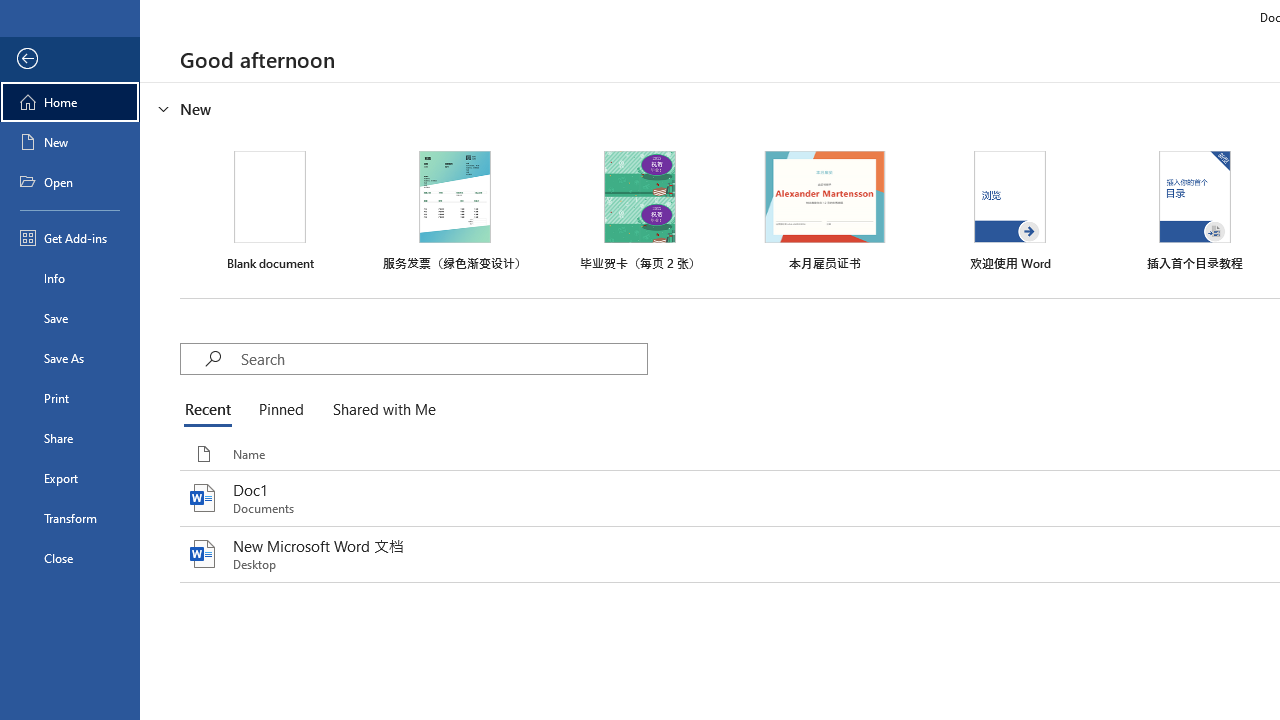 The height and width of the screenshot is (720, 1280). Describe the element at coordinates (164, 109) in the screenshot. I see `'Hide or show region'` at that location.